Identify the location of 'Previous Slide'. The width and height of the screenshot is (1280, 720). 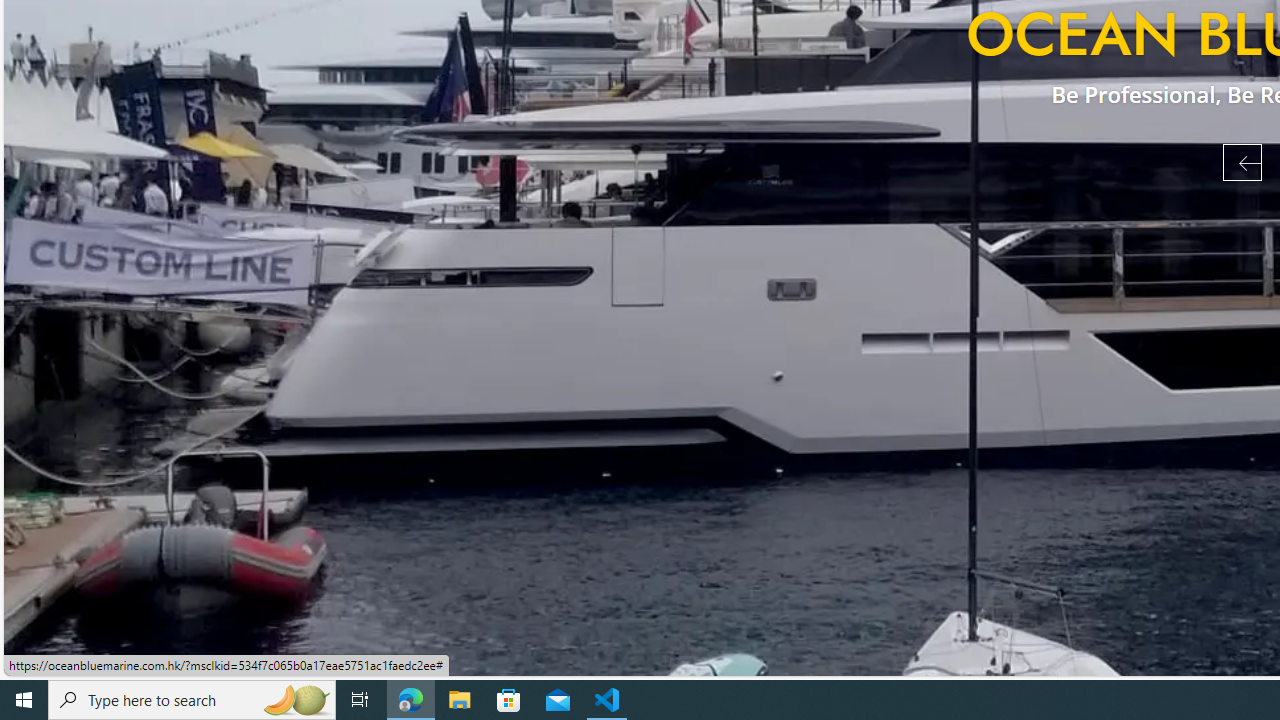
(1241, 161).